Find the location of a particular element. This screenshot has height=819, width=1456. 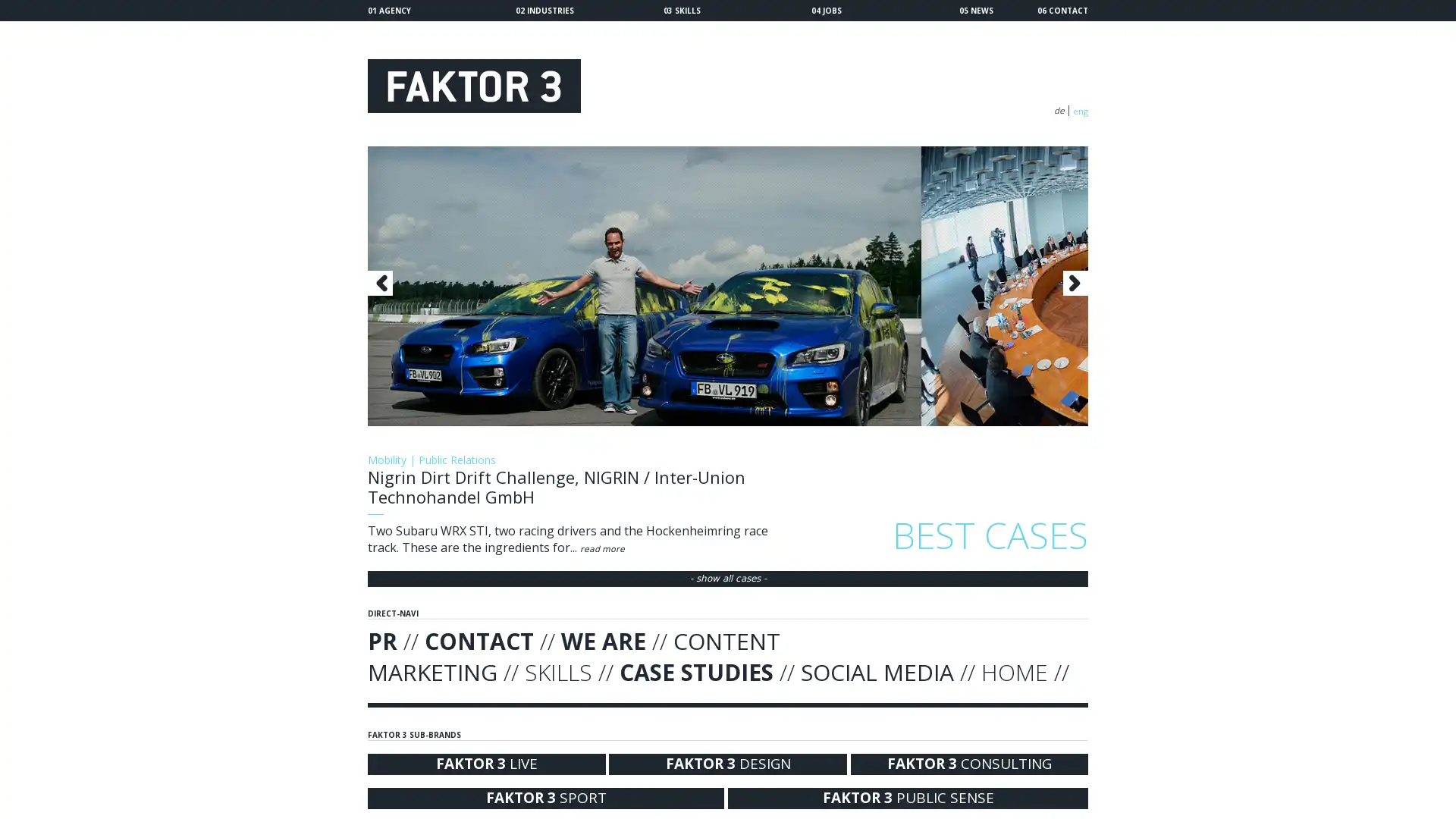

02 INDUSTRIES is located at coordinates (544, 11).